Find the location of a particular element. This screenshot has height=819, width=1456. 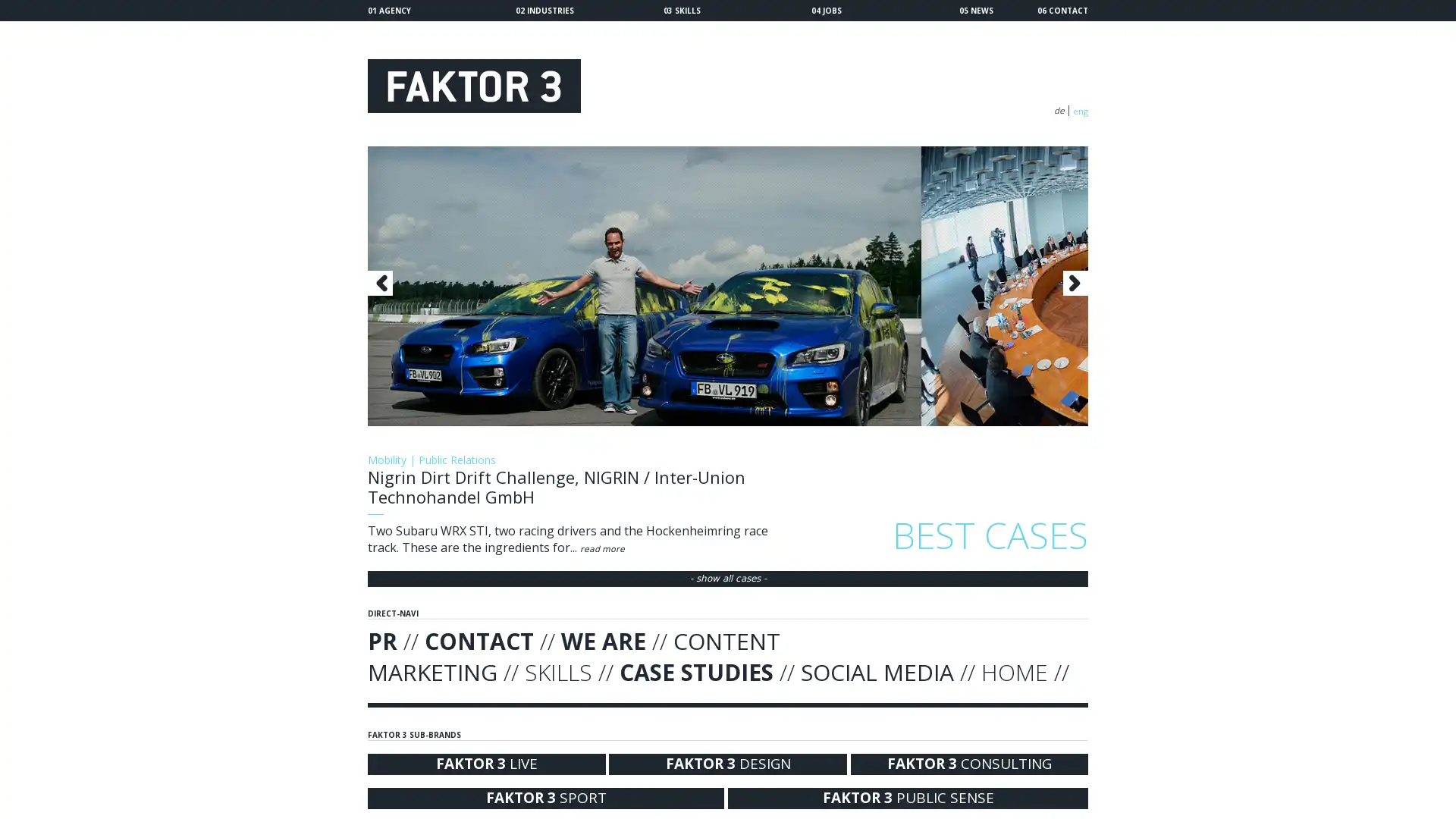

02 INDUSTRIES is located at coordinates (544, 11).